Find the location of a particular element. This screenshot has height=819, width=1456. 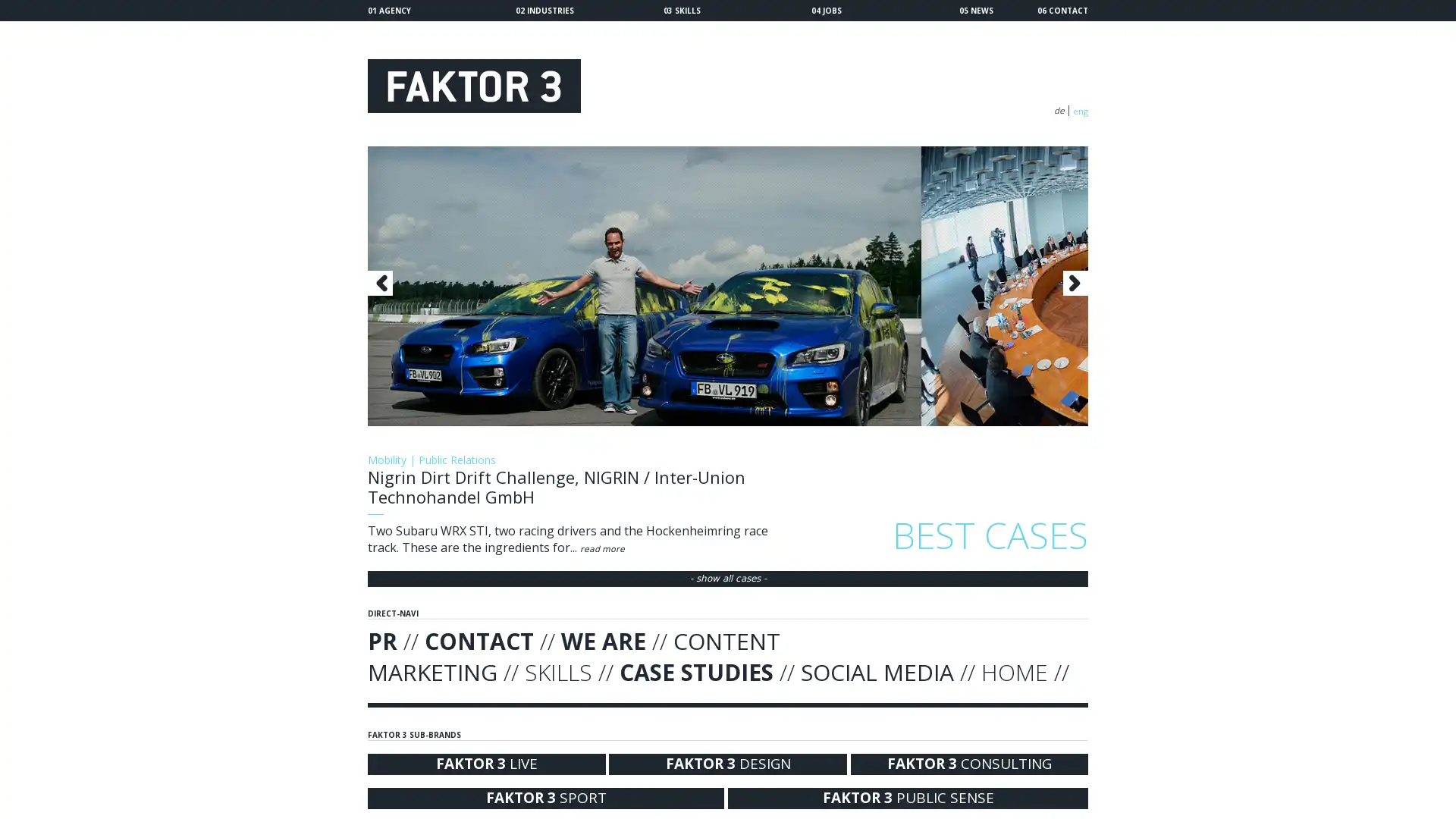

02 INDUSTRIES is located at coordinates (544, 11).